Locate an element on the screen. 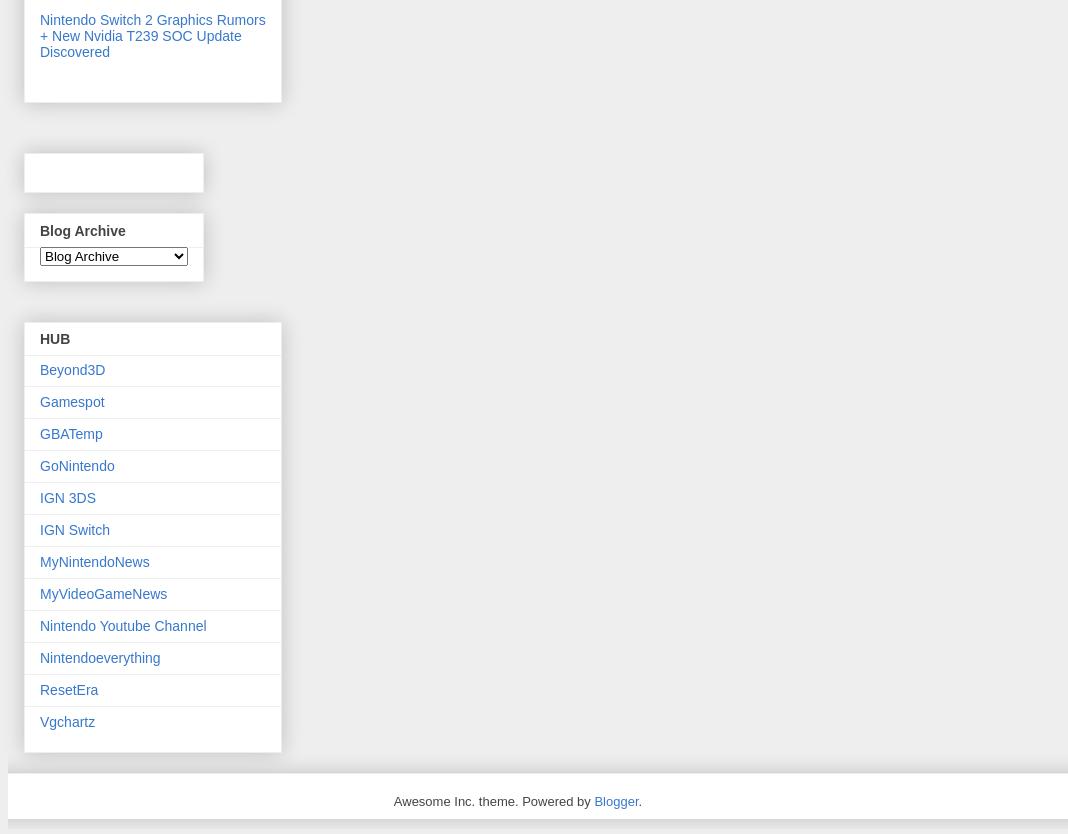 Image resolution: width=1068 pixels, height=834 pixels. 'Vgchartz' is located at coordinates (66, 720).